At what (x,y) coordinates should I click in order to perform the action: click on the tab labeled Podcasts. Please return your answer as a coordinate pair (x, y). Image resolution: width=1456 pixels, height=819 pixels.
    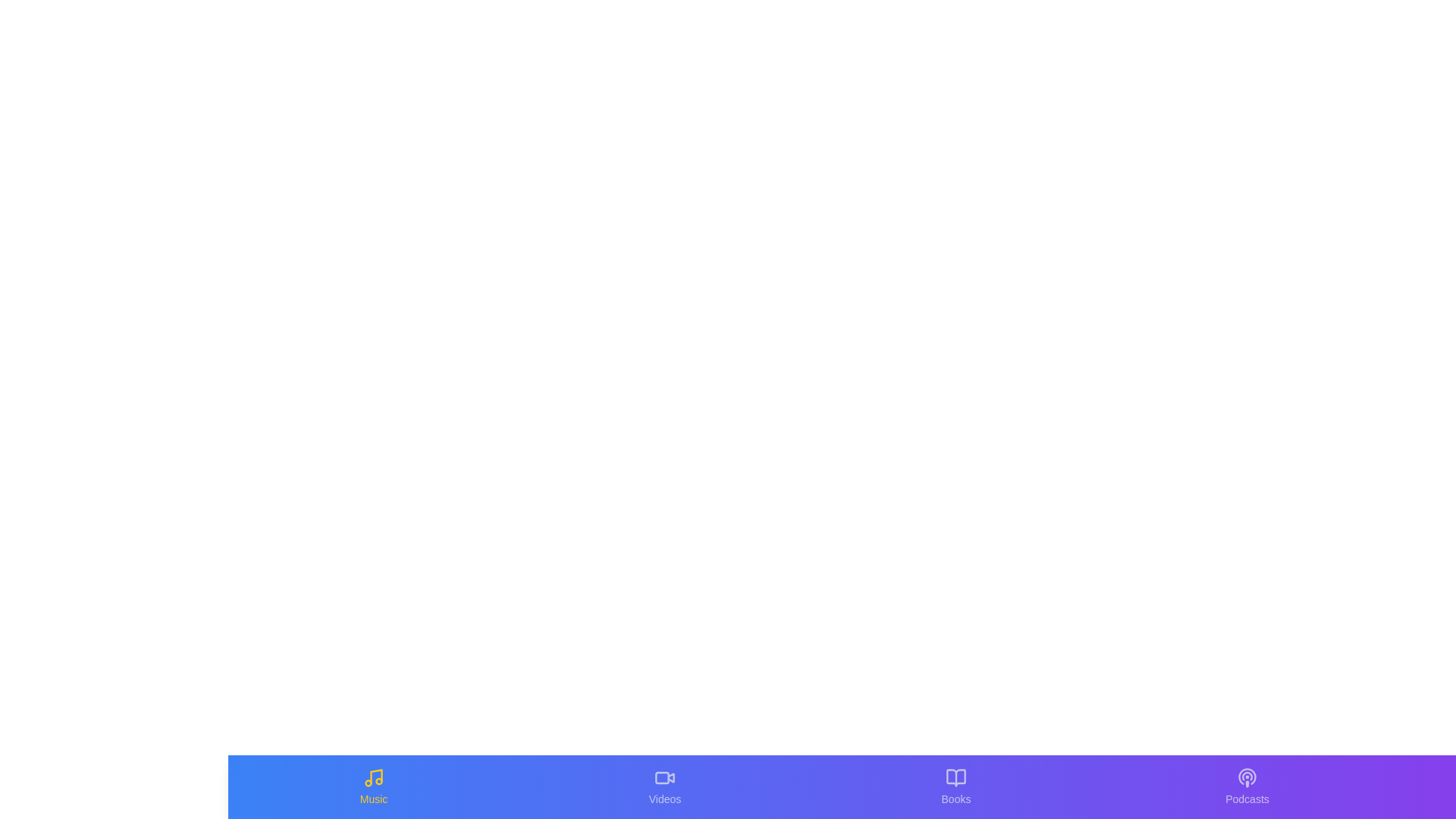
    Looking at the image, I should click on (1247, 786).